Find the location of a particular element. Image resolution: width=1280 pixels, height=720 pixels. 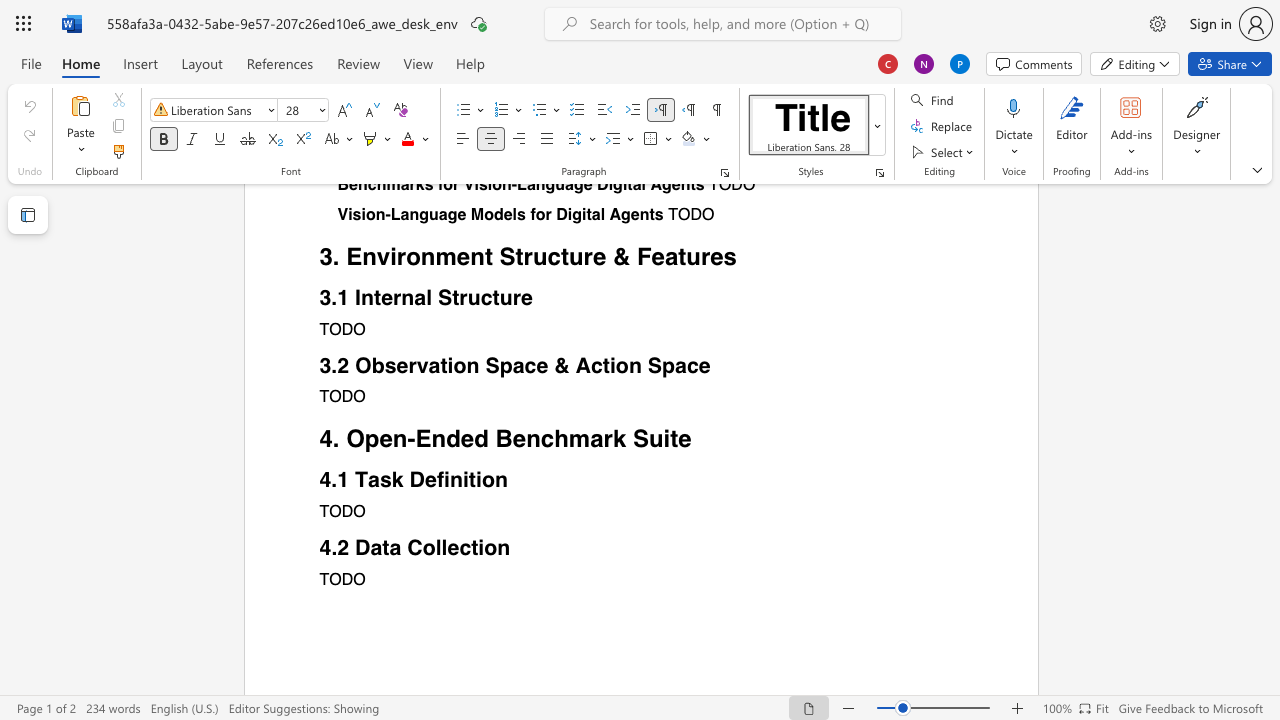

the subset text "Da" within the text "Data Collection" is located at coordinates (355, 547).